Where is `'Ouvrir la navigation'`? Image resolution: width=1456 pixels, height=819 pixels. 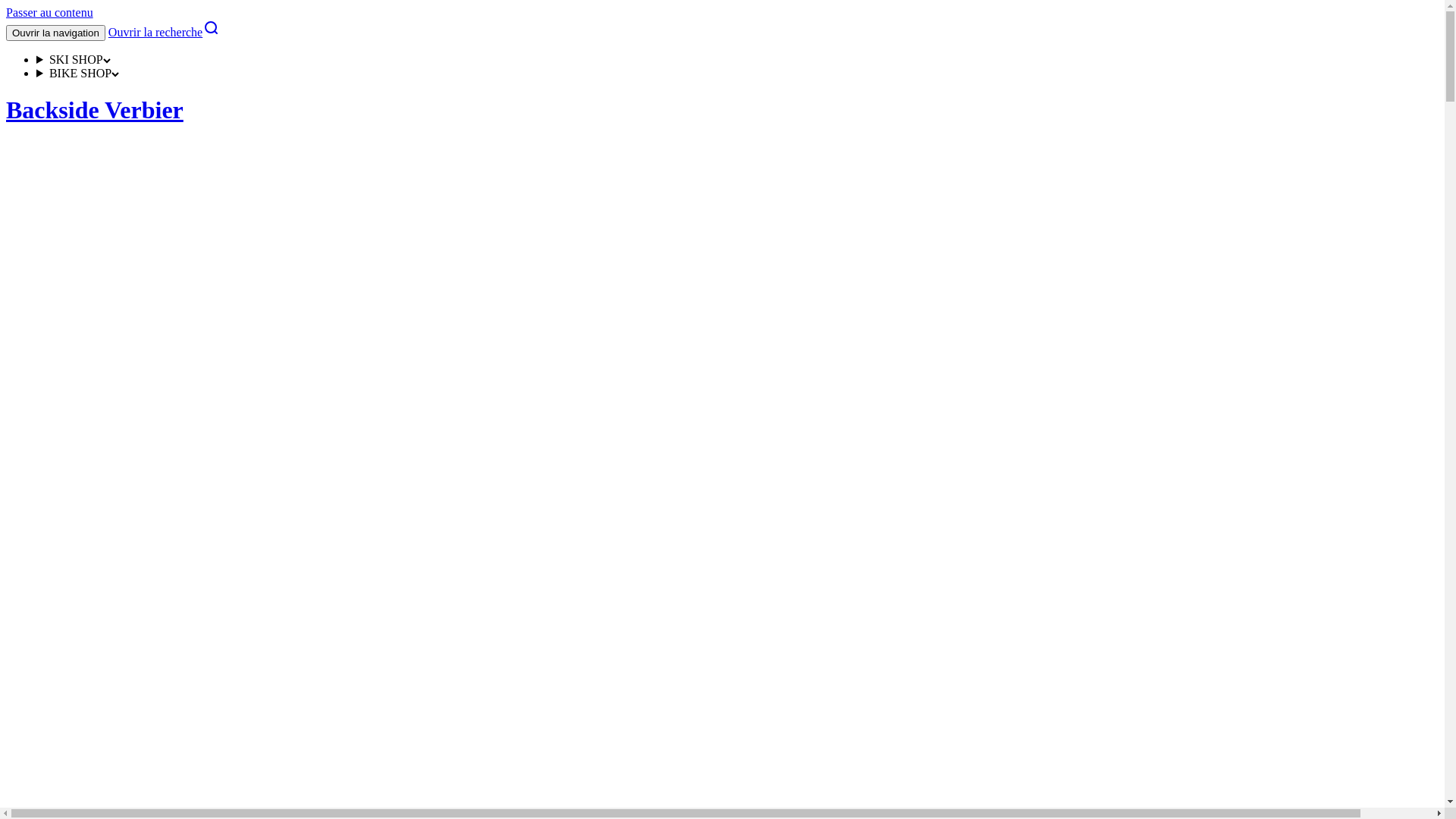
'Ouvrir la navigation' is located at coordinates (55, 33).